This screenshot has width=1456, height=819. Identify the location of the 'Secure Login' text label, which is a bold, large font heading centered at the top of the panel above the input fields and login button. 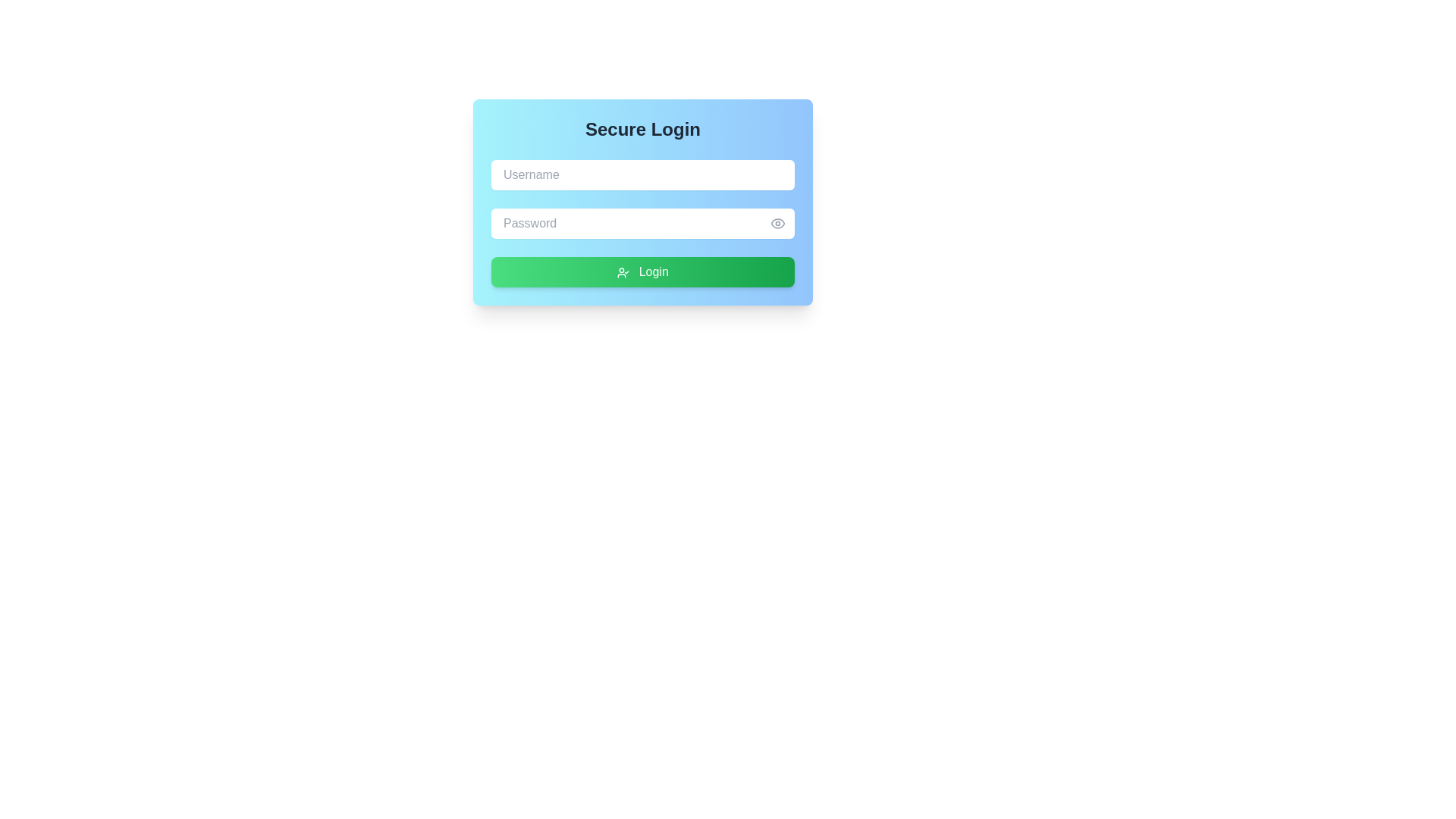
(643, 128).